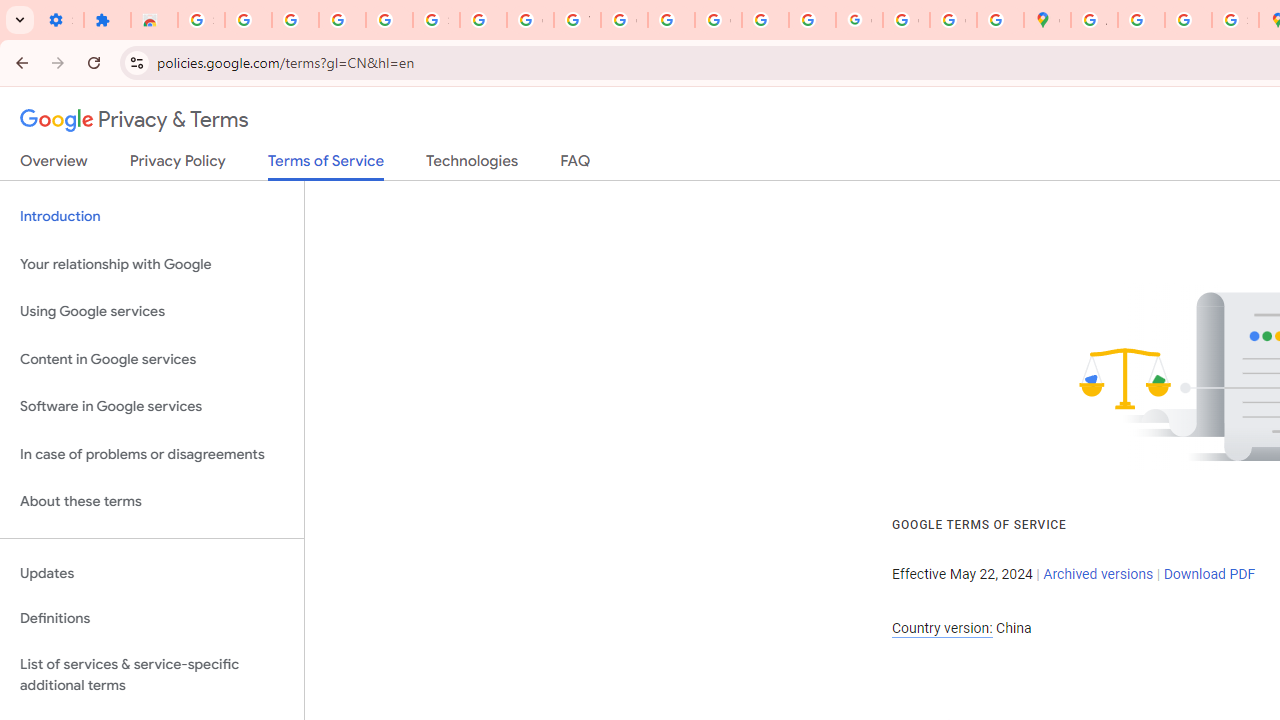 This screenshot has height=720, width=1280. Describe the element at coordinates (151, 263) in the screenshot. I see `'Your relationship with Google'` at that location.